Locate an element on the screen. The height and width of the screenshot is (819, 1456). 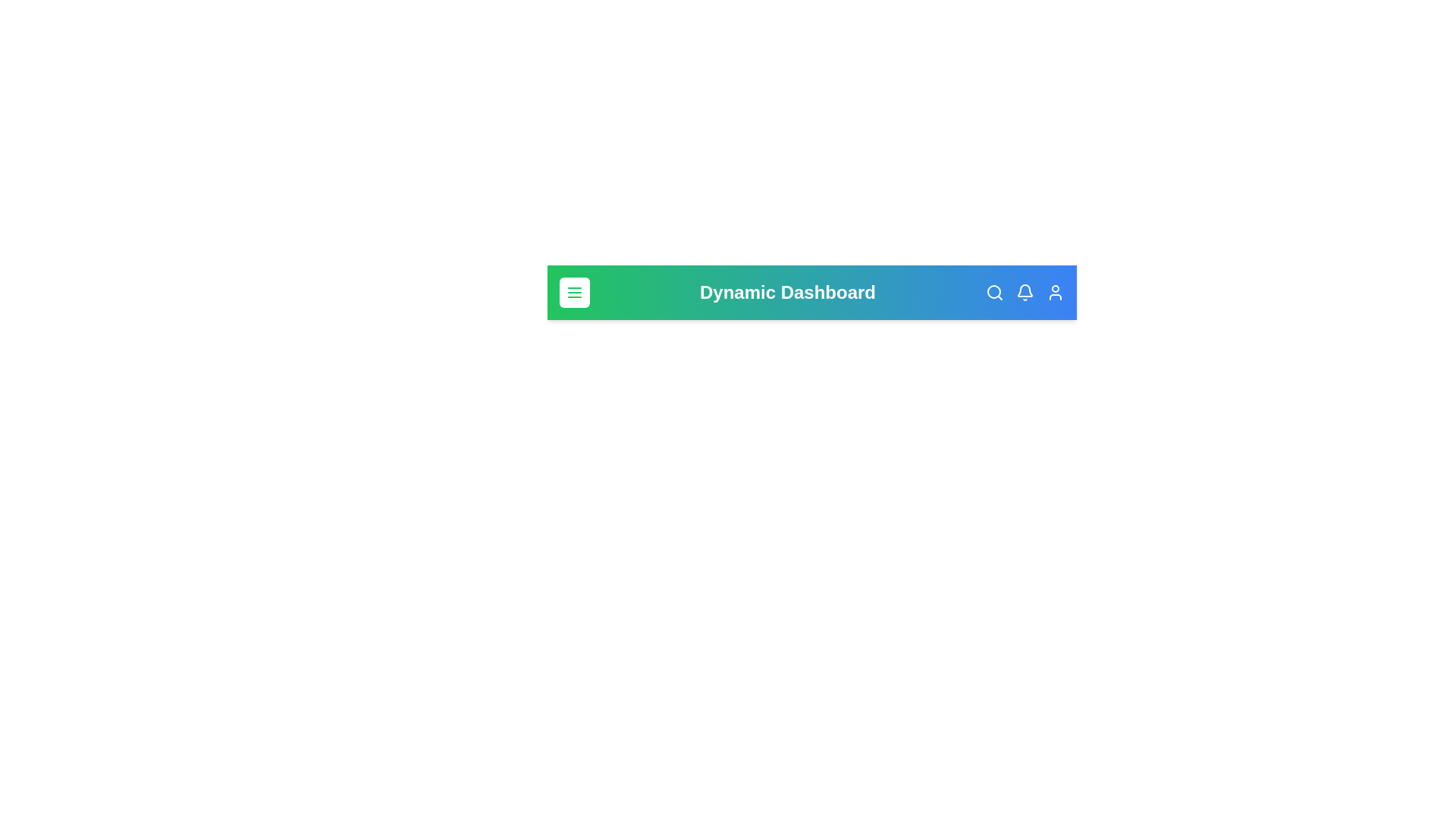
the menu button to toggle the side menu visibility is located at coordinates (574, 292).